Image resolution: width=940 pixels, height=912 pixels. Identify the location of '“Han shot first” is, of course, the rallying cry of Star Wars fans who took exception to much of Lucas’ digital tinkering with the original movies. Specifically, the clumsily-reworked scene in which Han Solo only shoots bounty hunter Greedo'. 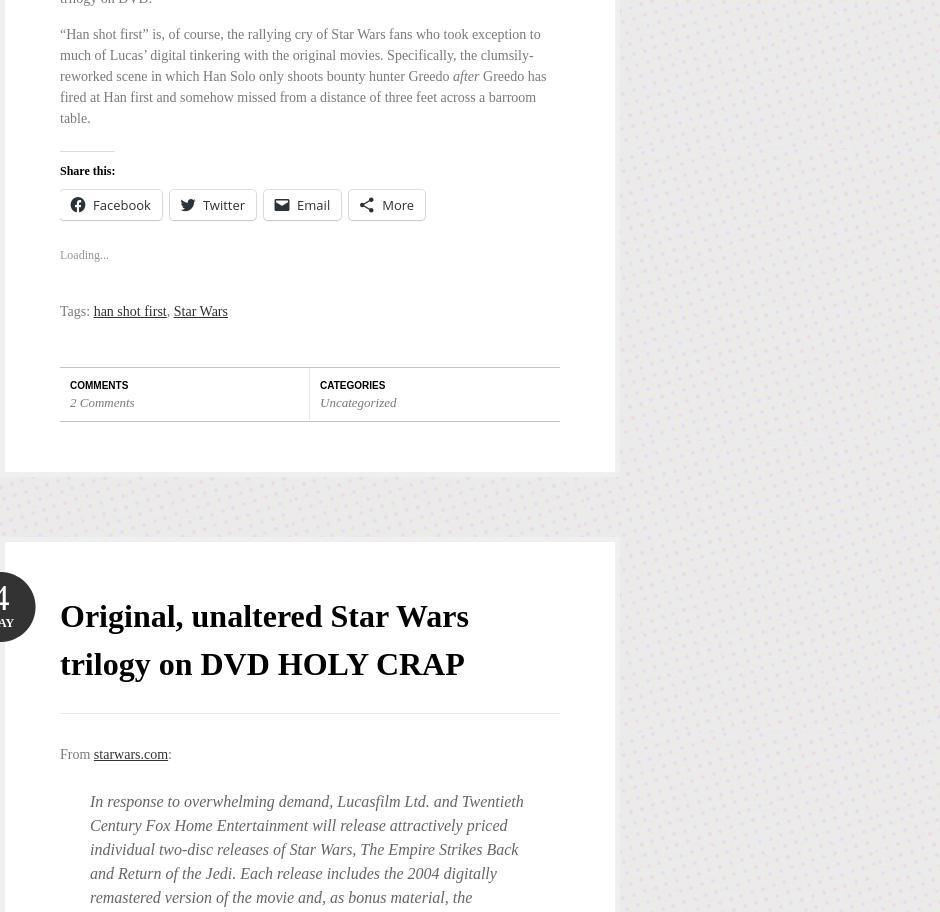
(298, 53).